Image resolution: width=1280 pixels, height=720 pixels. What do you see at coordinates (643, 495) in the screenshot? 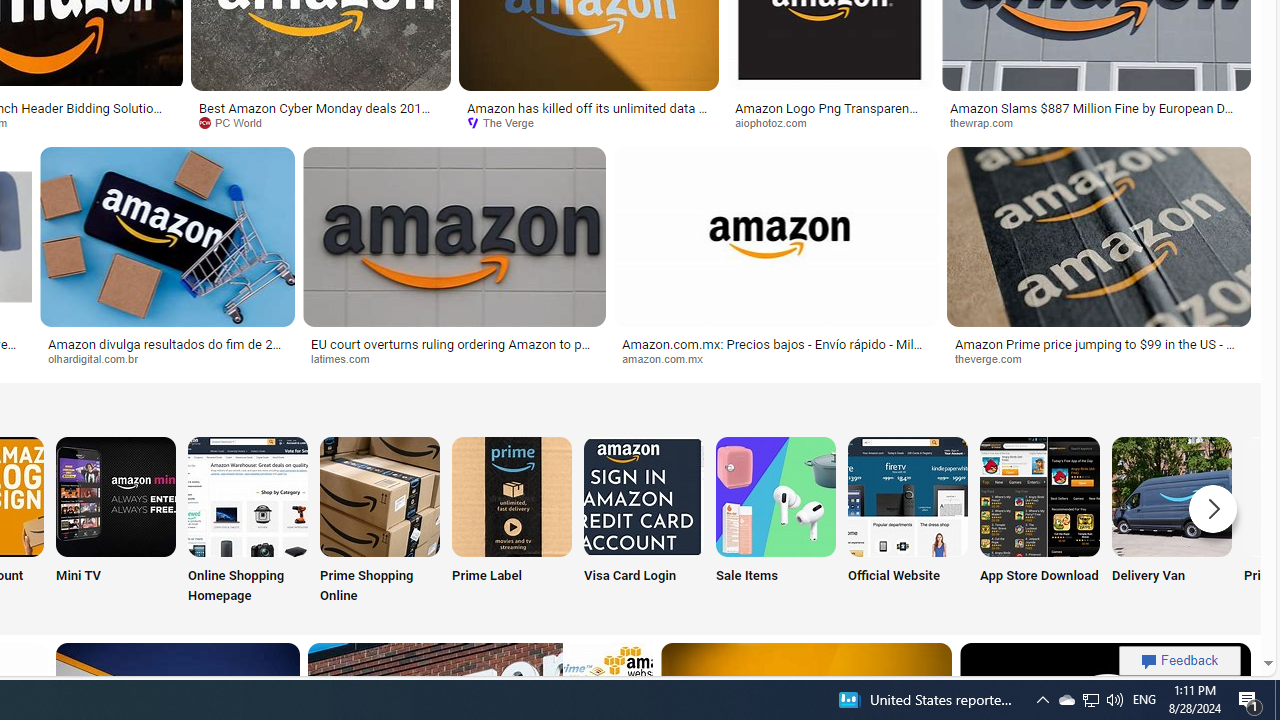
I see `'Amazon Visa Card Login'` at bounding box center [643, 495].